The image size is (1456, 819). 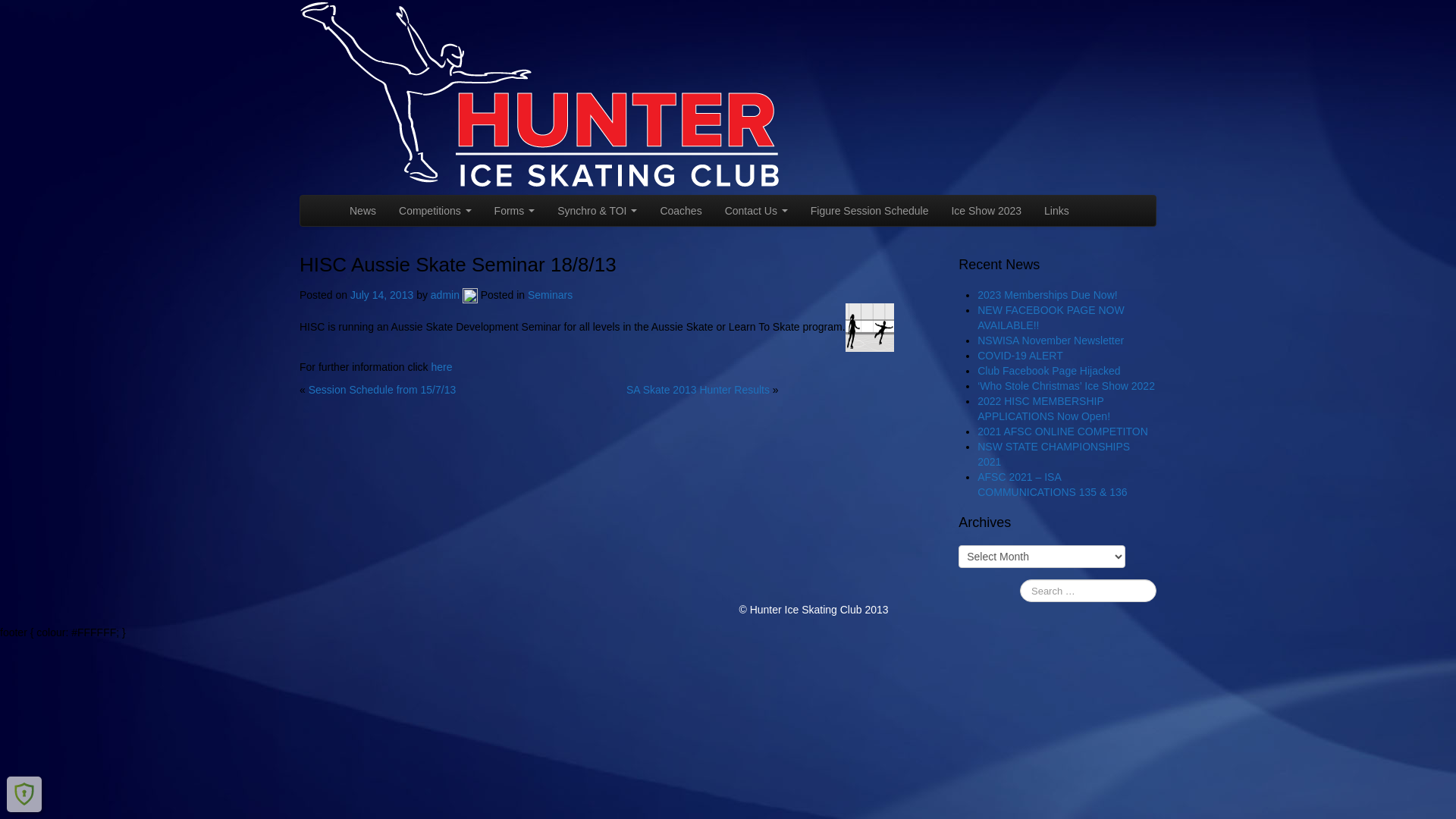 I want to click on 'Contact Us', so click(x=756, y=210).